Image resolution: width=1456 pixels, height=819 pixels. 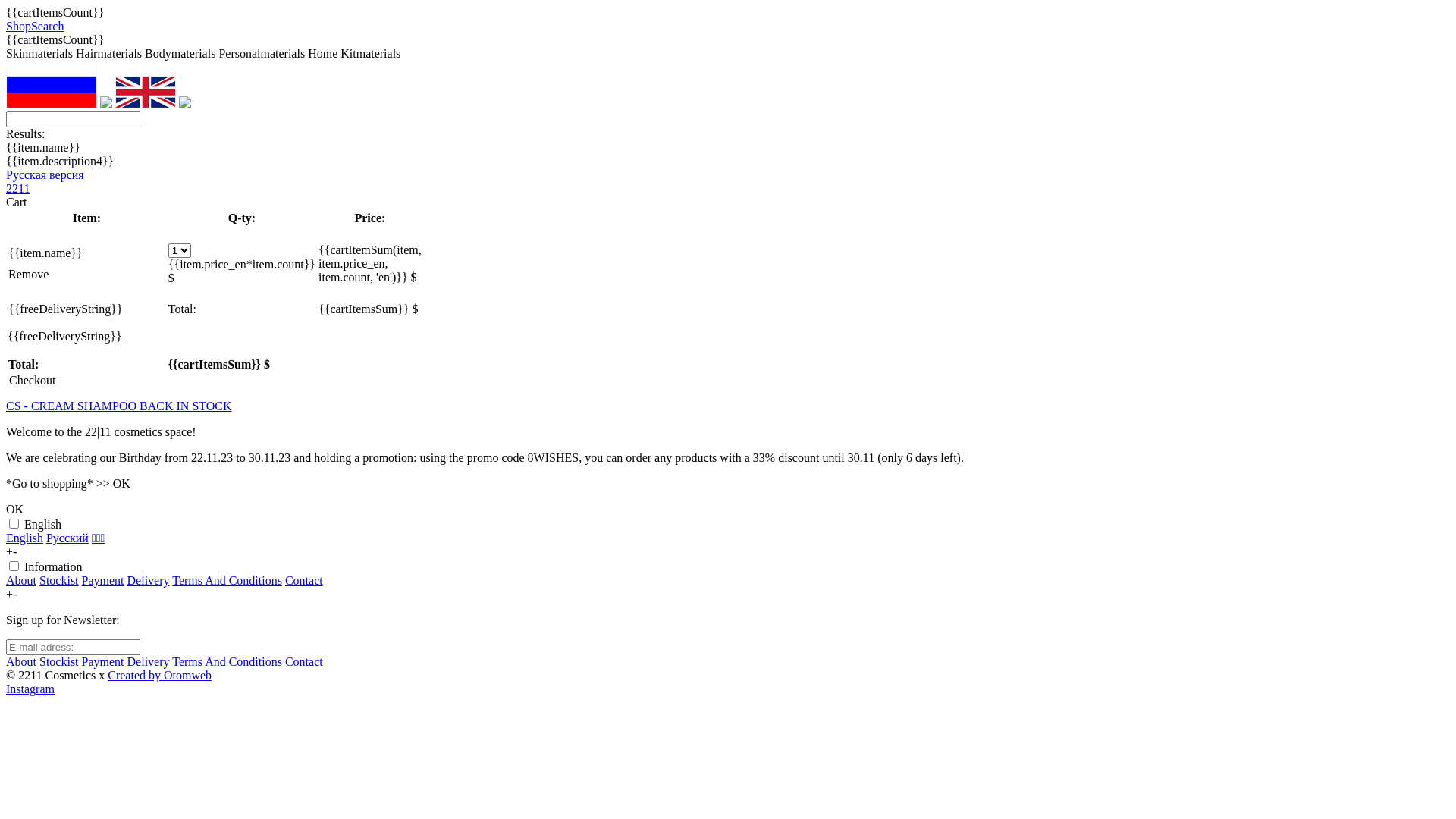 I want to click on 'Shop', so click(x=18, y=26).